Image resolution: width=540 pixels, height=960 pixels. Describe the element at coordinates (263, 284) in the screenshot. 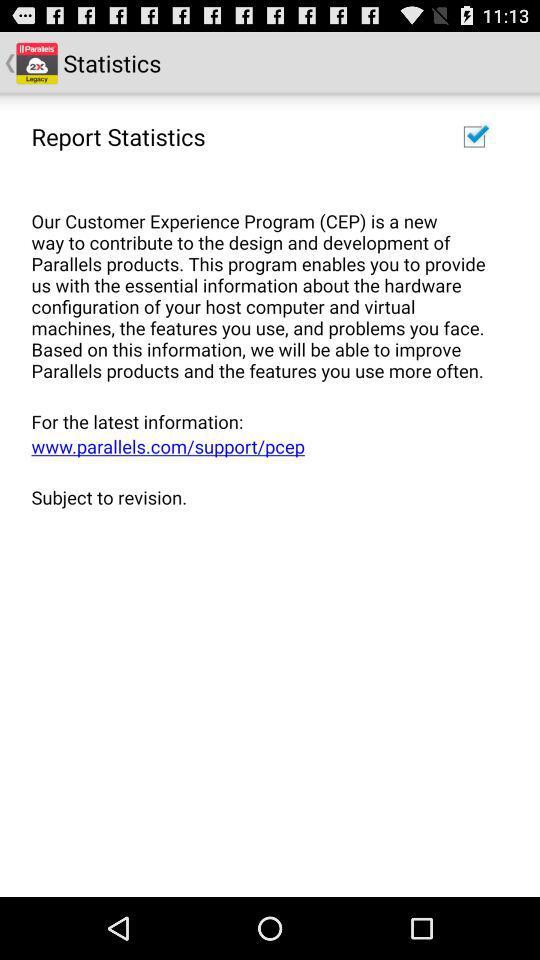

I see `our customer experience item` at that location.